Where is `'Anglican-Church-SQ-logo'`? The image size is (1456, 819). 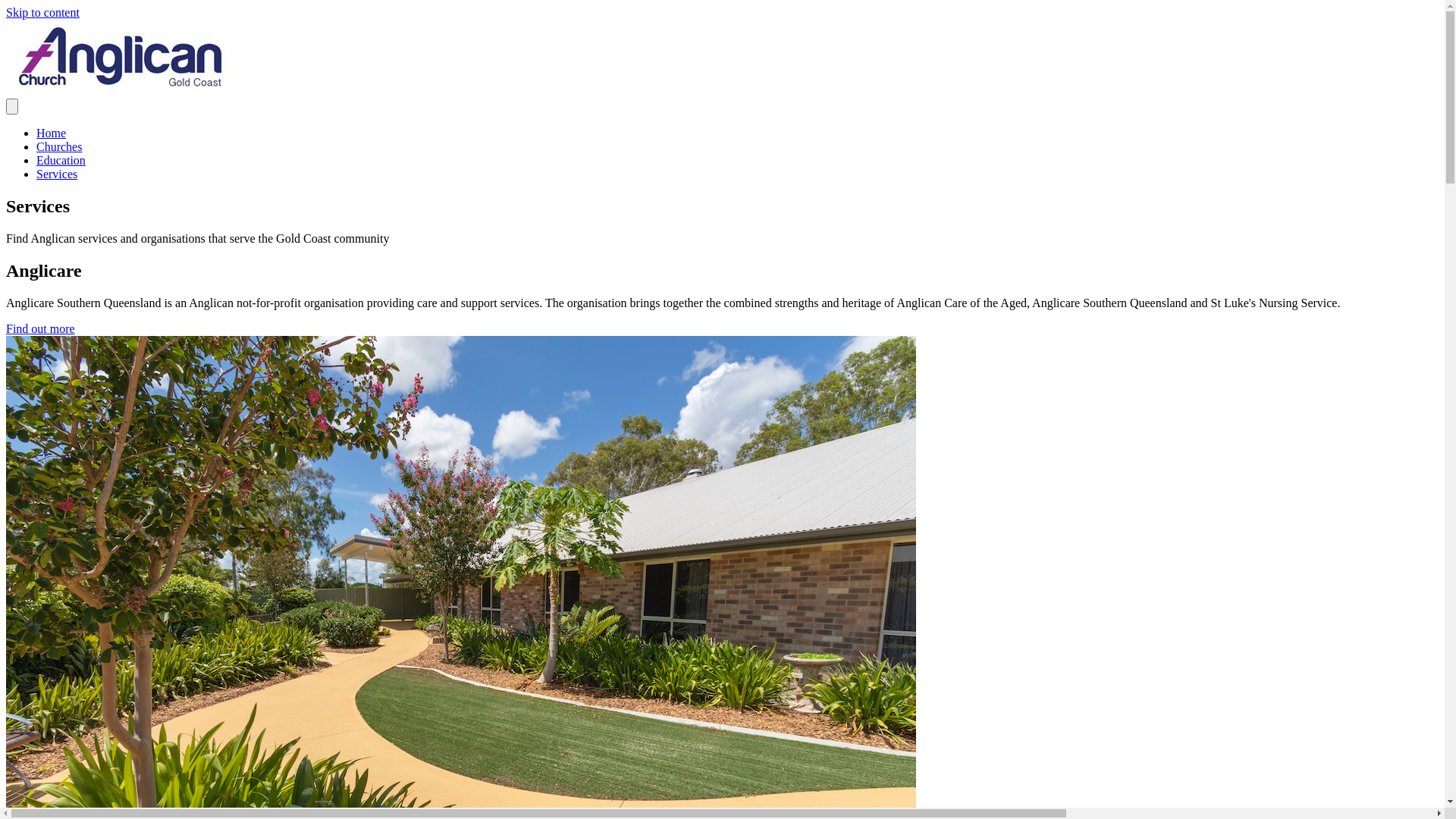 'Anglican-Church-SQ-logo' is located at coordinates (119, 57).